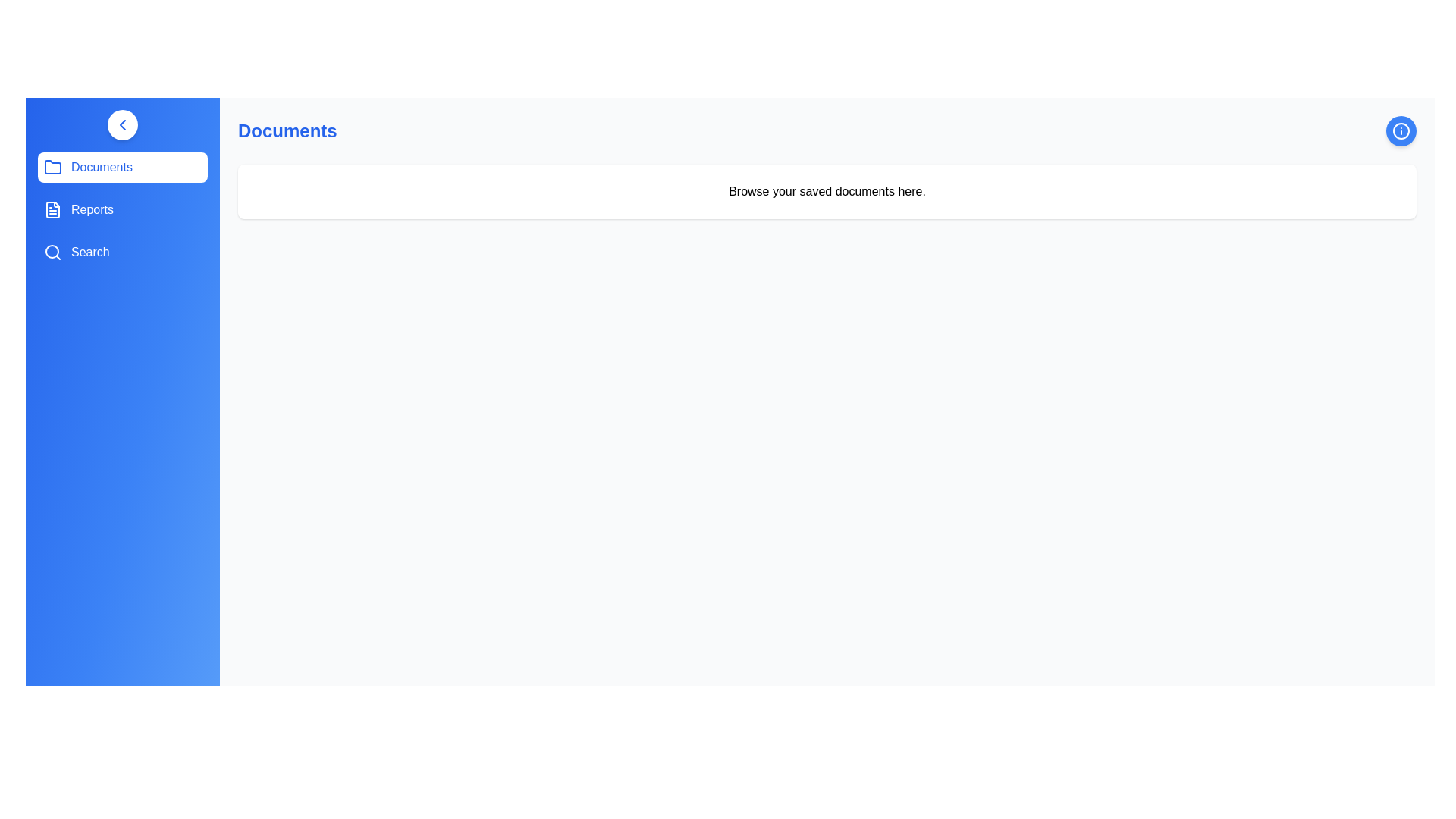 This screenshot has width=1456, height=819. I want to click on information button in the header, so click(1401, 130).